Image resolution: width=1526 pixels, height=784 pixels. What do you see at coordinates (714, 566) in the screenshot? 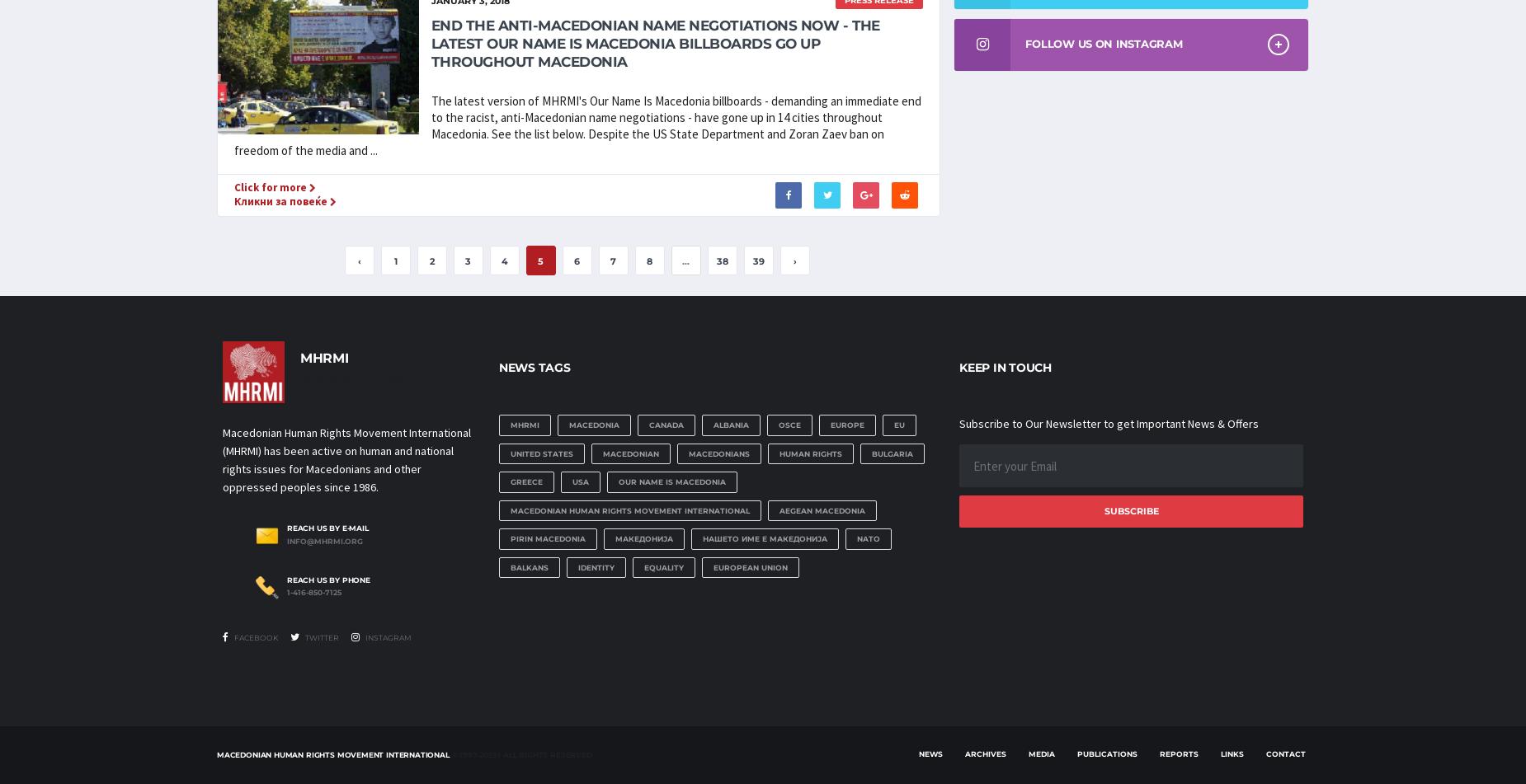
I see `'European Union'` at bounding box center [714, 566].